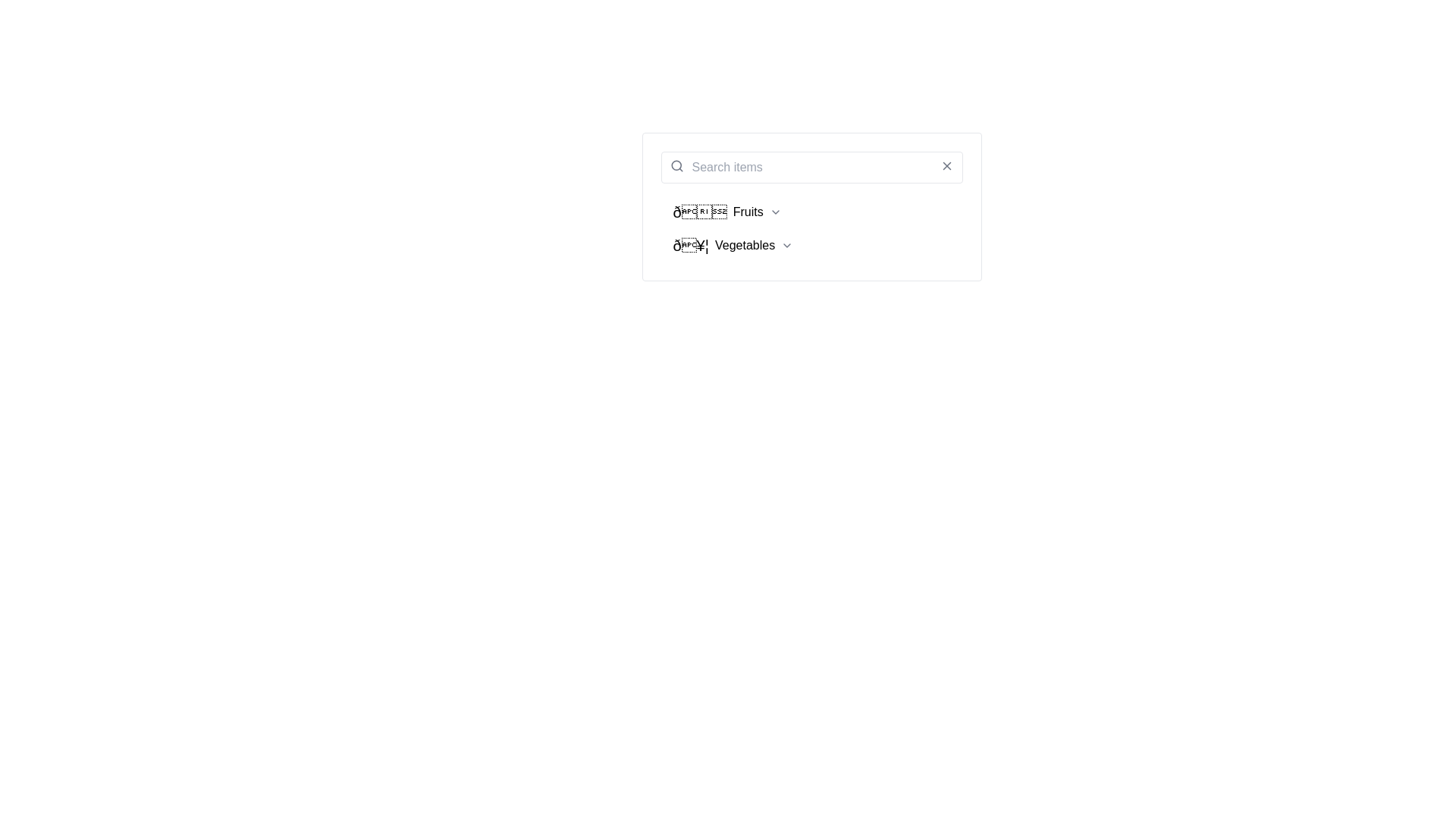 The height and width of the screenshot is (819, 1456). I want to click on the clear button located to the right of the search input field to clear the entered text, so click(946, 166).